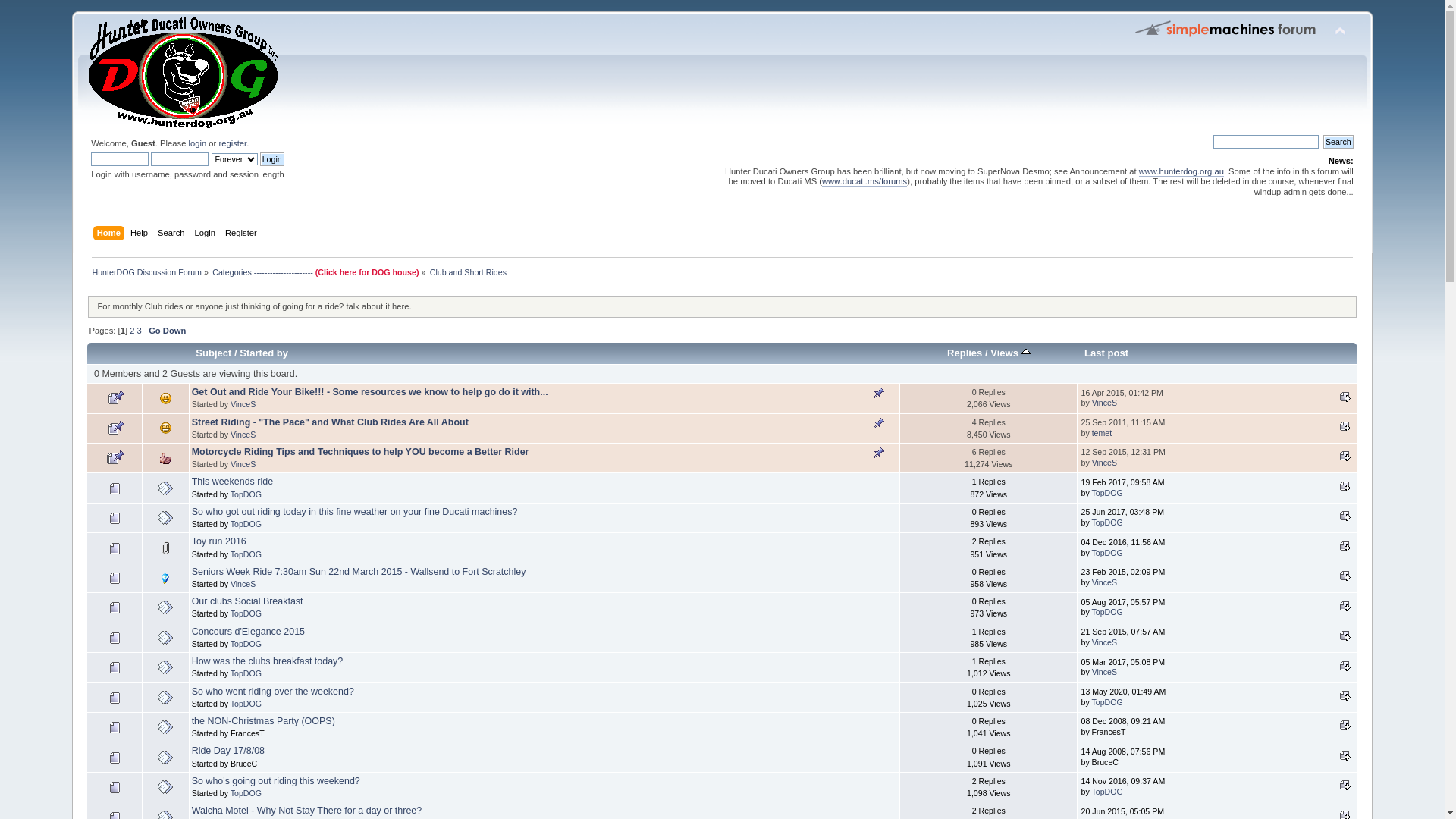 This screenshot has width=1456, height=819. What do you see at coordinates (231, 482) in the screenshot?
I see `'This weekends ride'` at bounding box center [231, 482].